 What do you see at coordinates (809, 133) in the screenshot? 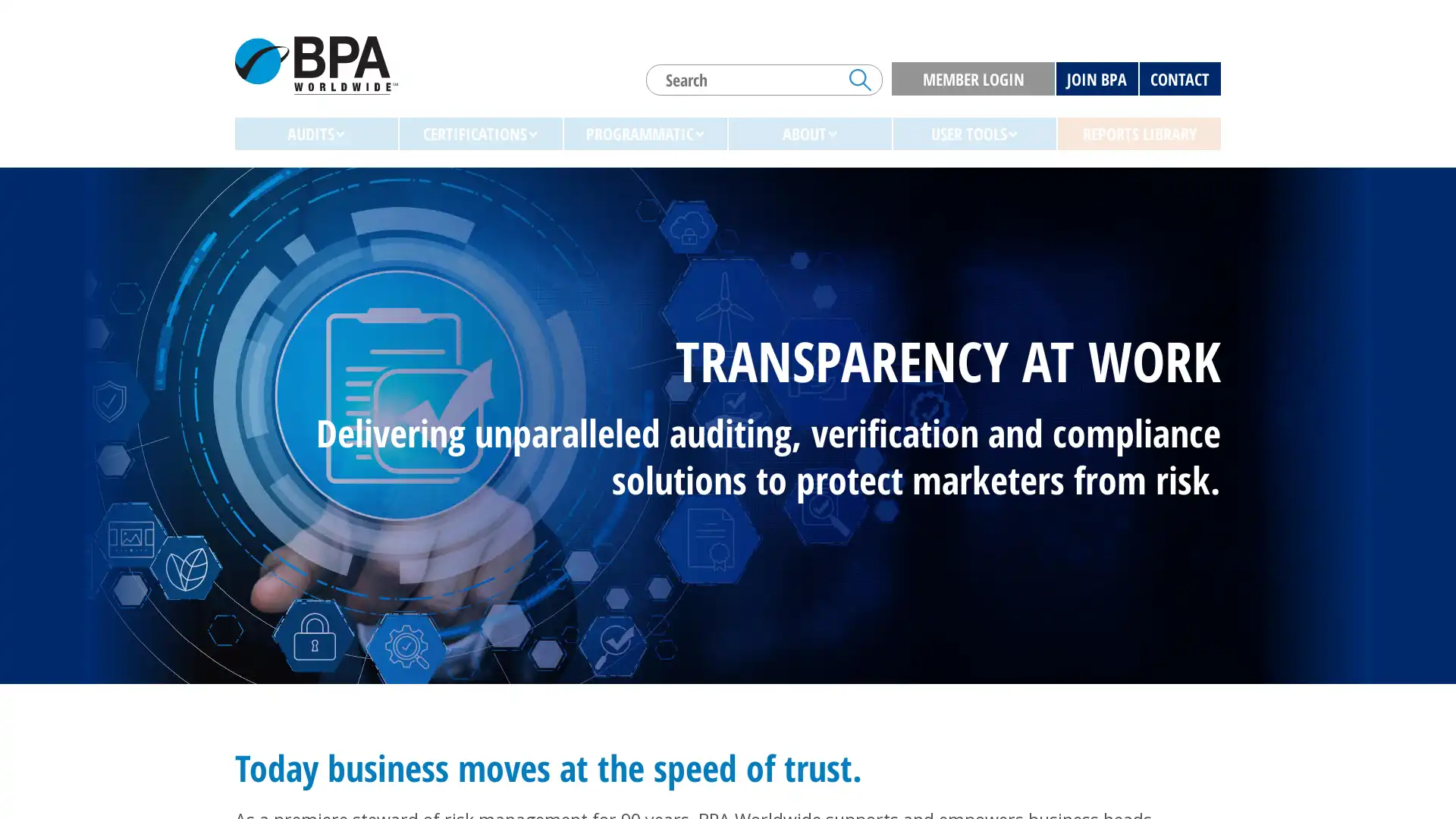
I see `ABOUT` at bounding box center [809, 133].